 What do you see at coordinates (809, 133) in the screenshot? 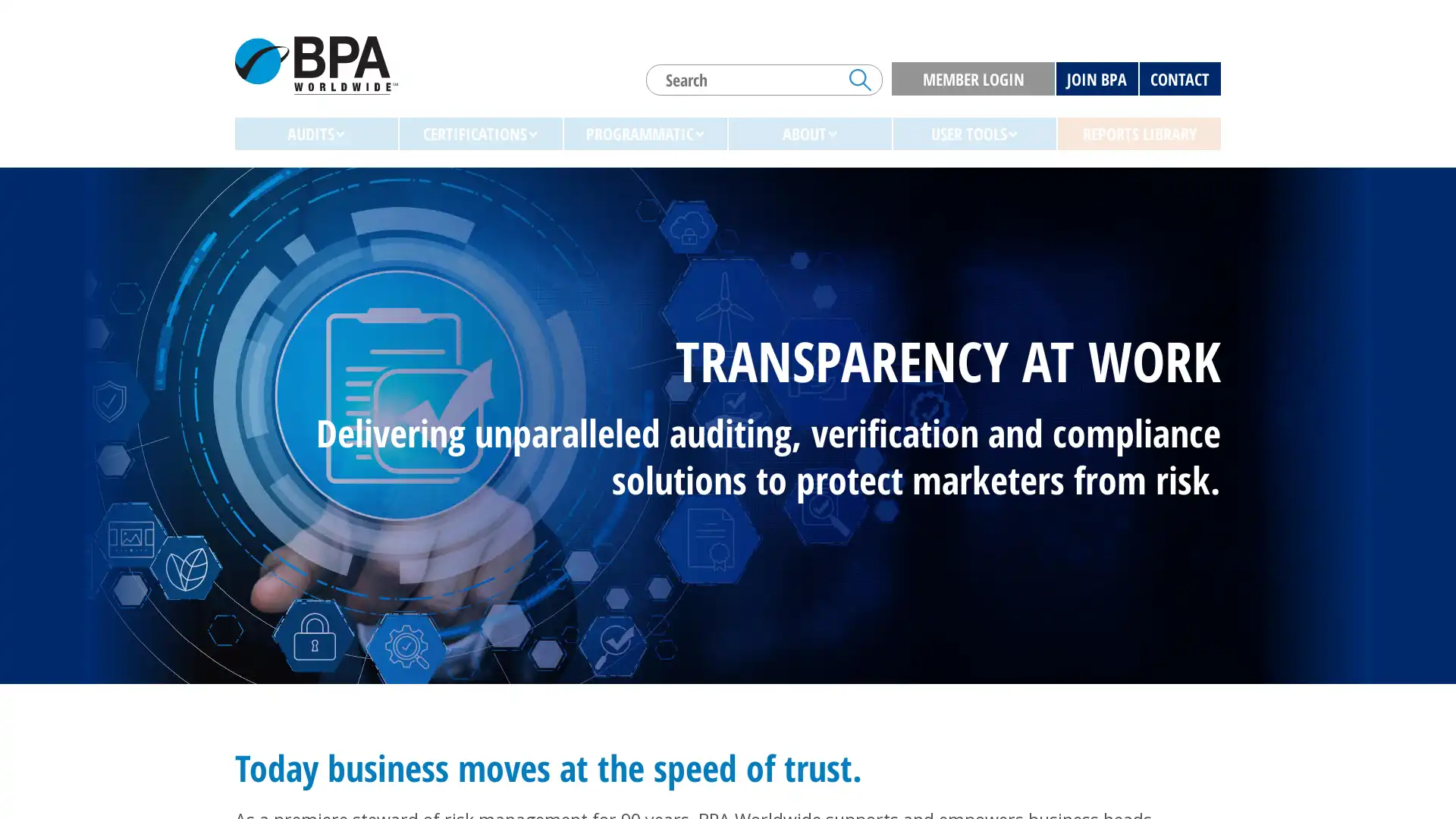
I see `ABOUT` at bounding box center [809, 133].